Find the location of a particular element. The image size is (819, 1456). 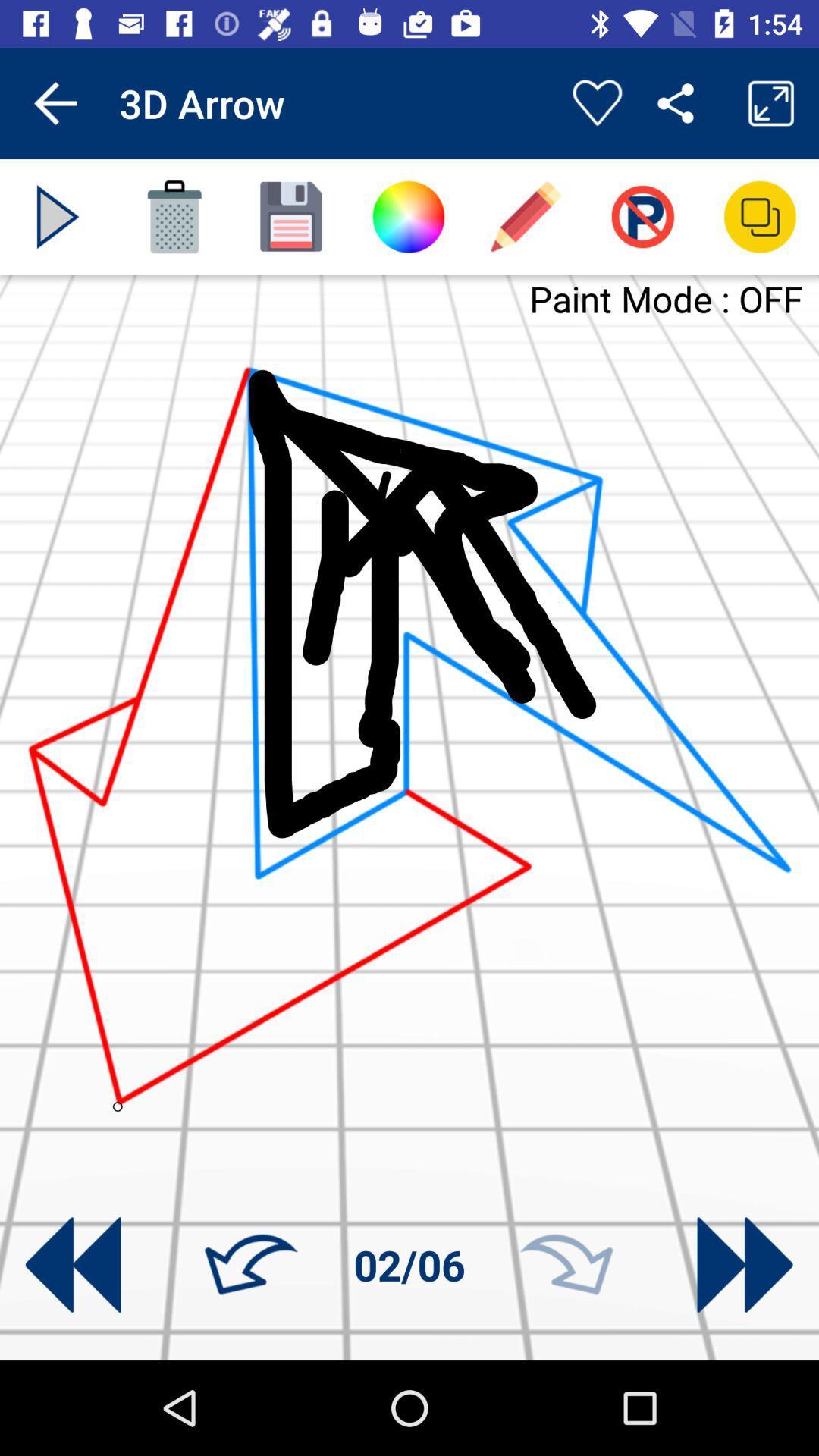

the app below the 3d arrow is located at coordinates (174, 216).